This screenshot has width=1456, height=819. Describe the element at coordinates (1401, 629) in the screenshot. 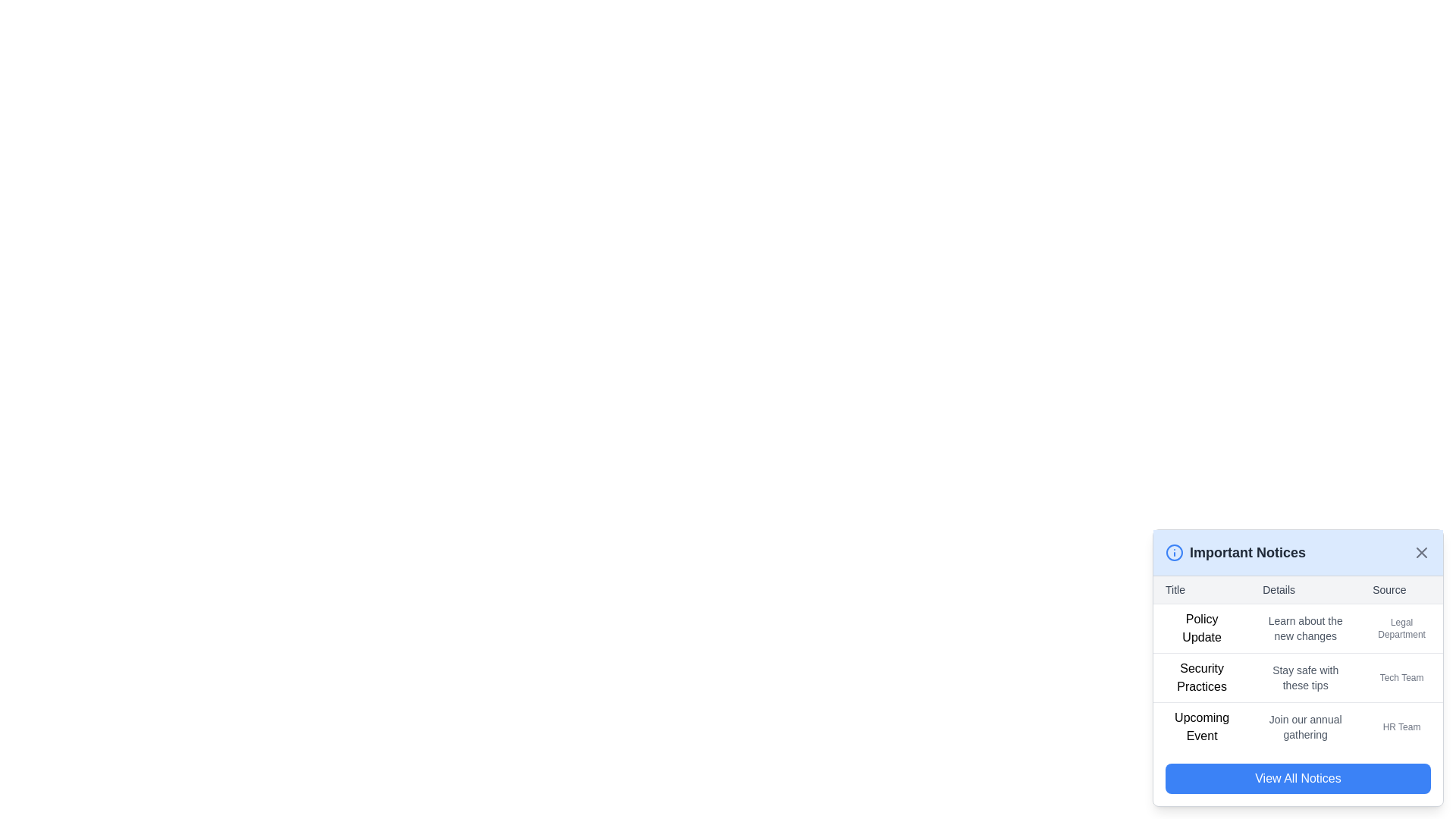

I see `the Text label that displays the source for the 'Policy Update' entry in the 'Source' column of the 'Important Notices' section, specifically the first row` at that location.